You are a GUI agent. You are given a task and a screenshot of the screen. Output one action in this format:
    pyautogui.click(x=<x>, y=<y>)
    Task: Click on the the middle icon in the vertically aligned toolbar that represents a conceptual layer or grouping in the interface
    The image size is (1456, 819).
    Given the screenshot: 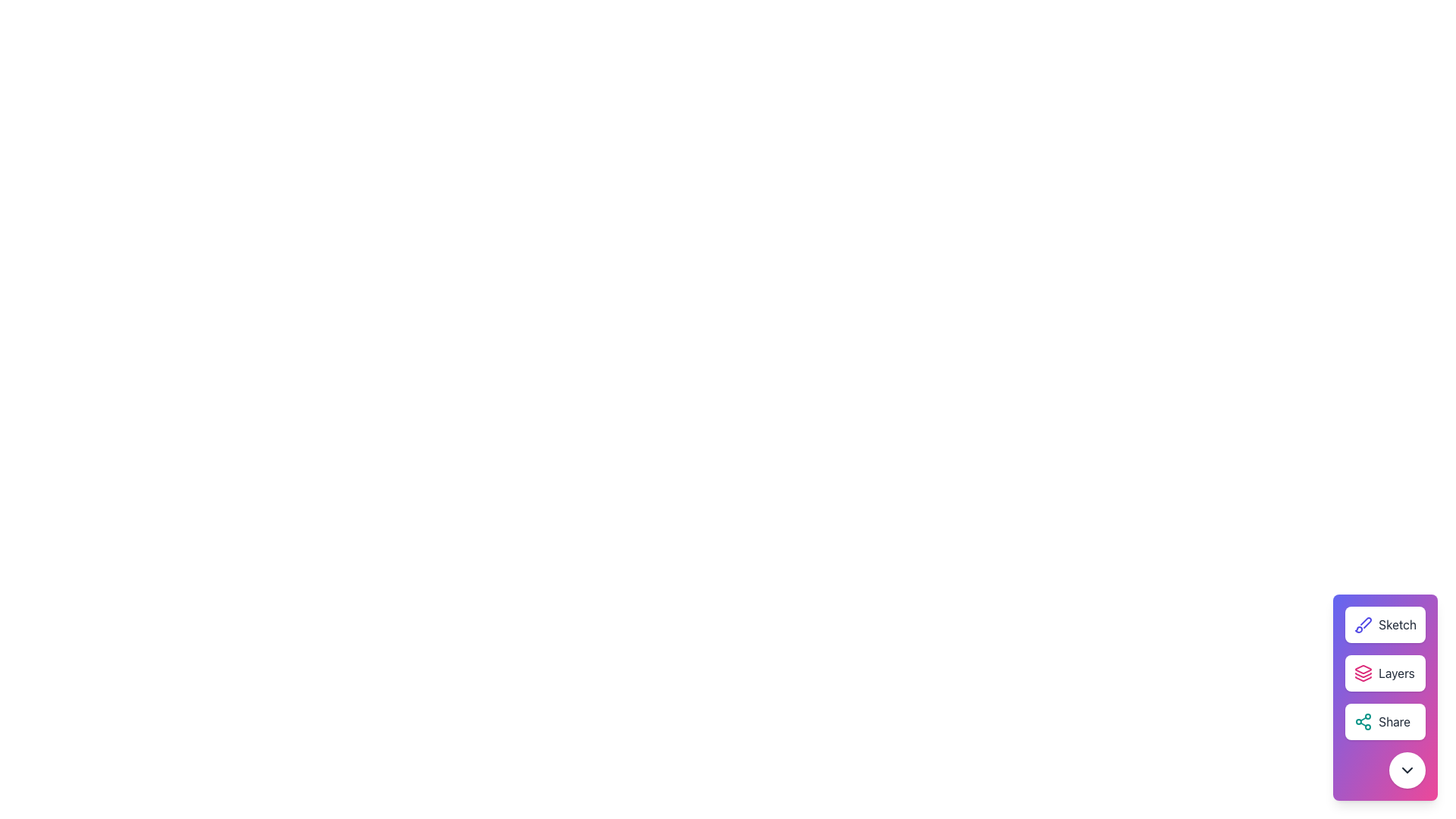 What is the action you would take?
    pyautogui.click(x=1363, y=674)
    